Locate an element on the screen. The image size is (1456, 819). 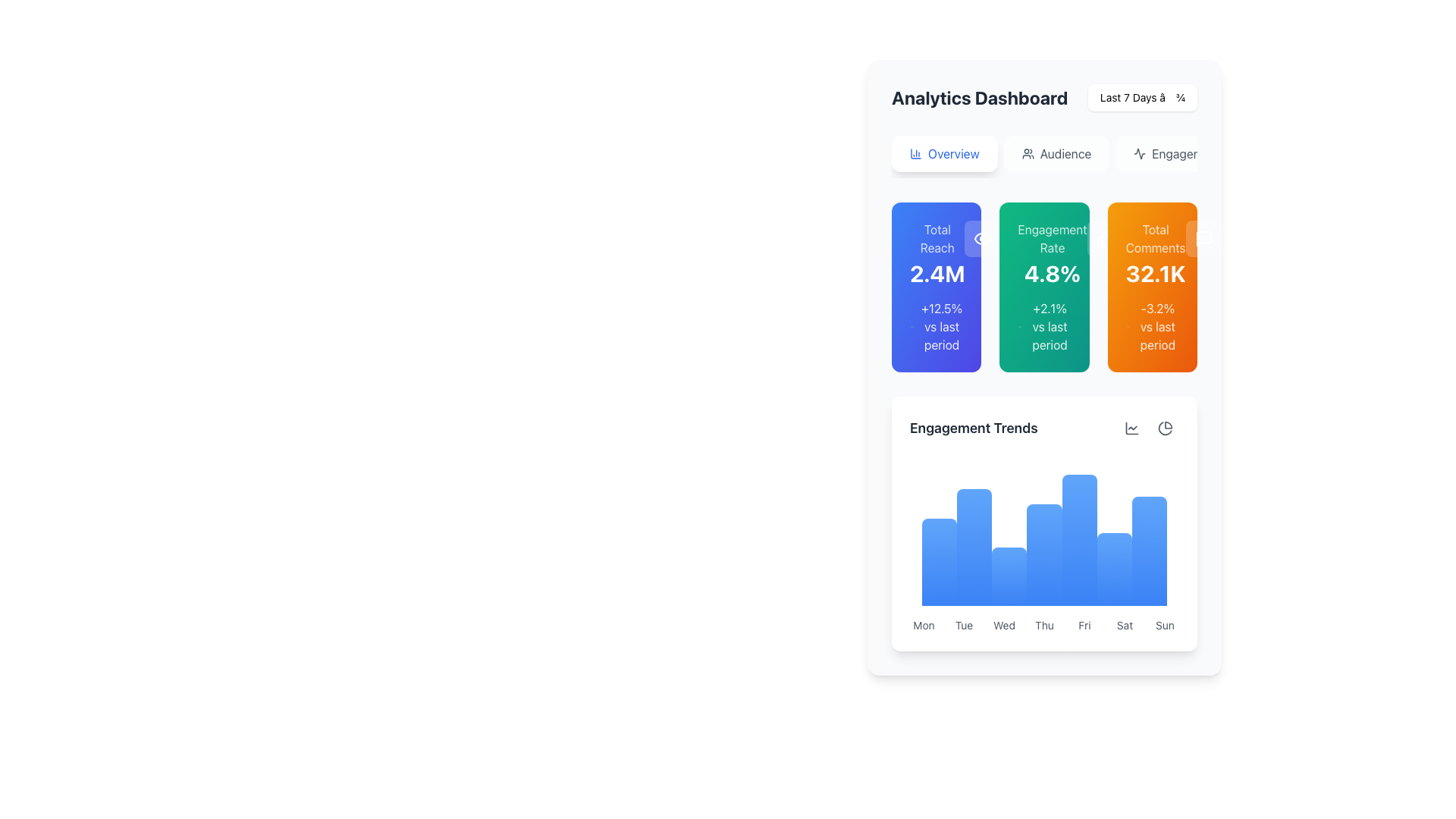
the text display component labeled 'Engagement Rate' within the green card, which shows the value '4.8%' and is located in the center of the card on the dashboard is located at coordinates (1043, 253).